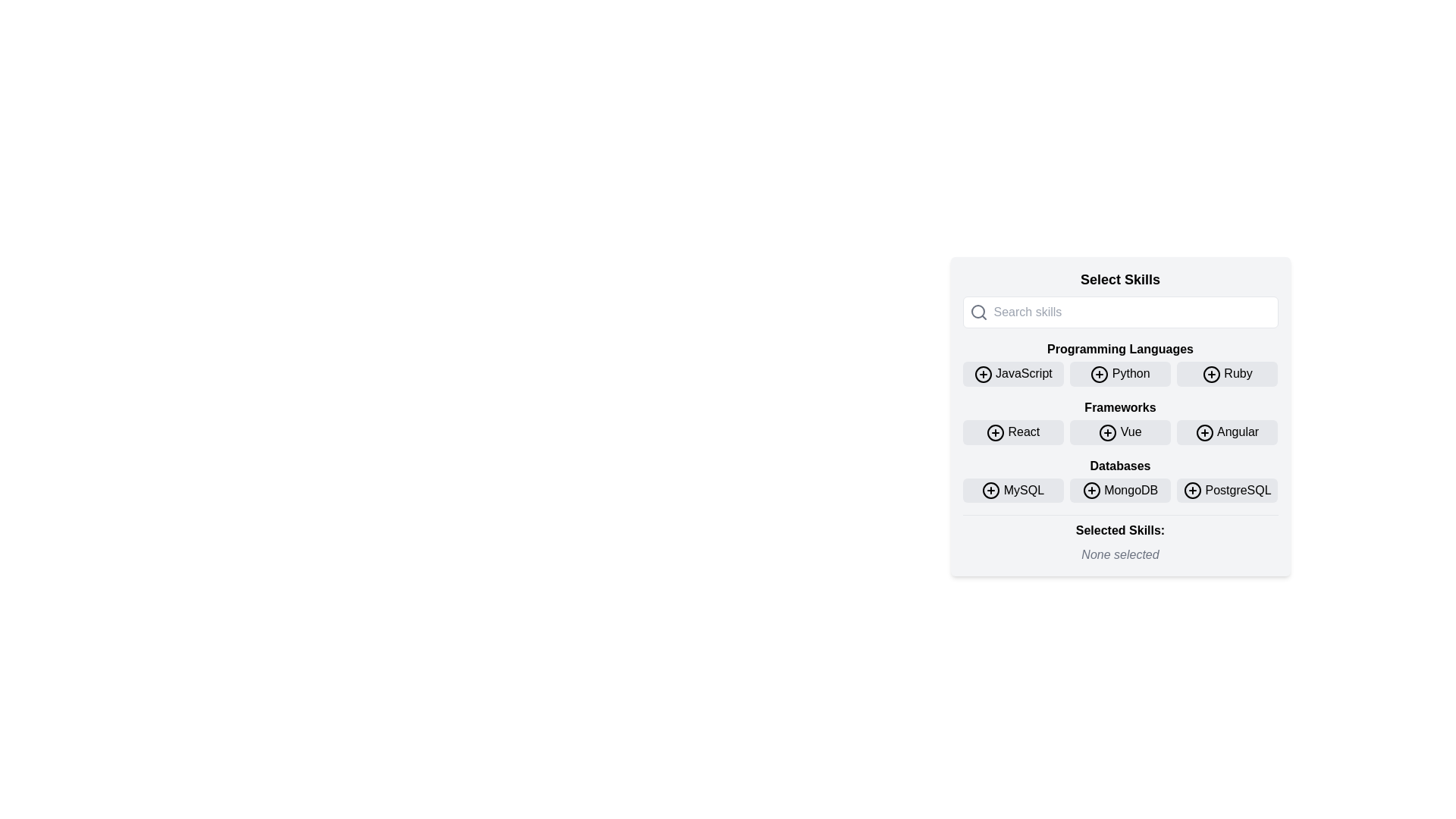 The height and width of the screenshot is (819, 1456). I want to click on the plus sign icon button located on the left side of the 'React' button in the 'Frameworks' category under the 'Select Skills' section, so click(996, 432).